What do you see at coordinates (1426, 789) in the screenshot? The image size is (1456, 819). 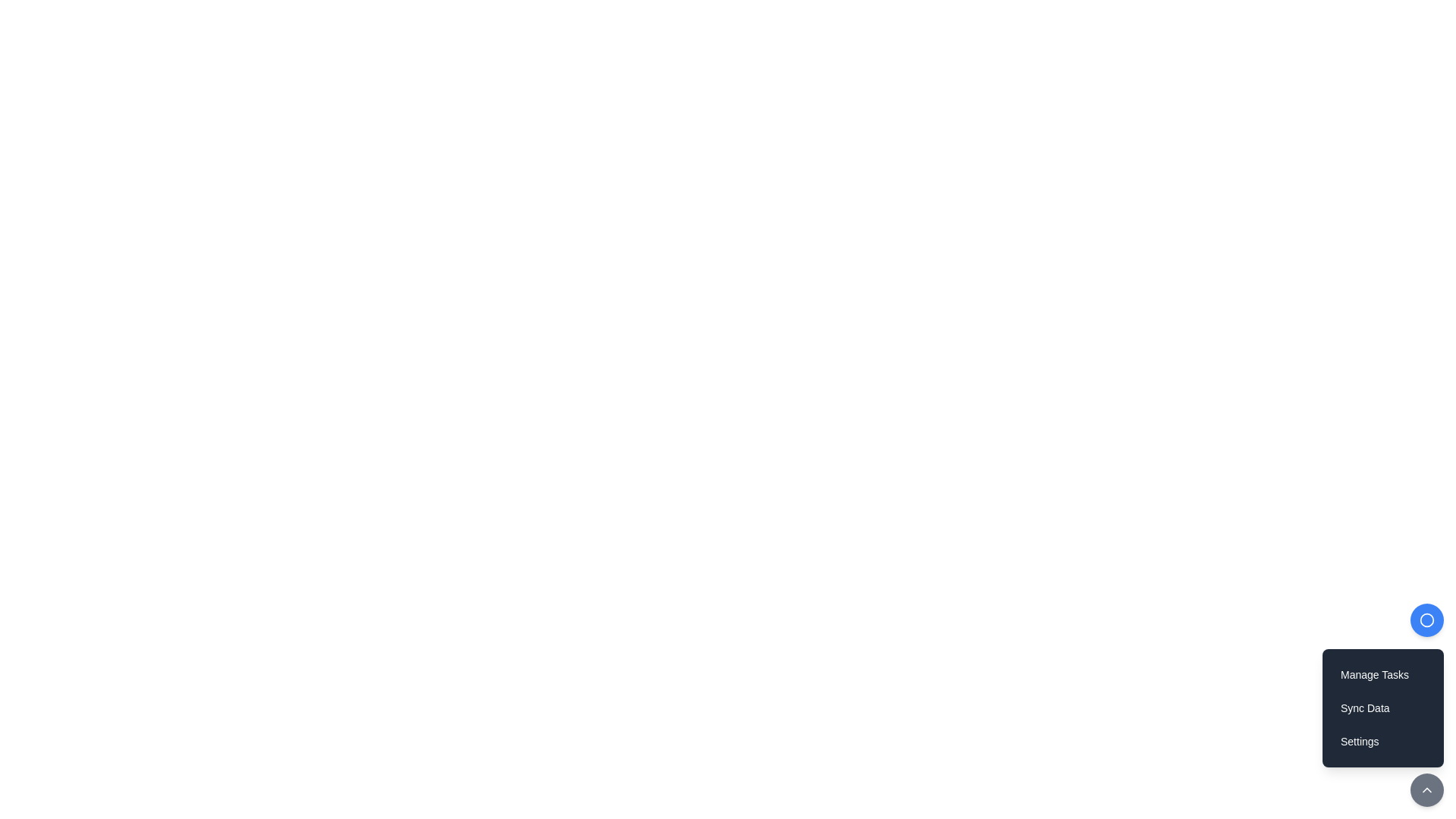 I see `the button located at the bottom-right corner of the interface, which activates functionality to collapse or hide the menu above it` at bounding box center [1426, 789].